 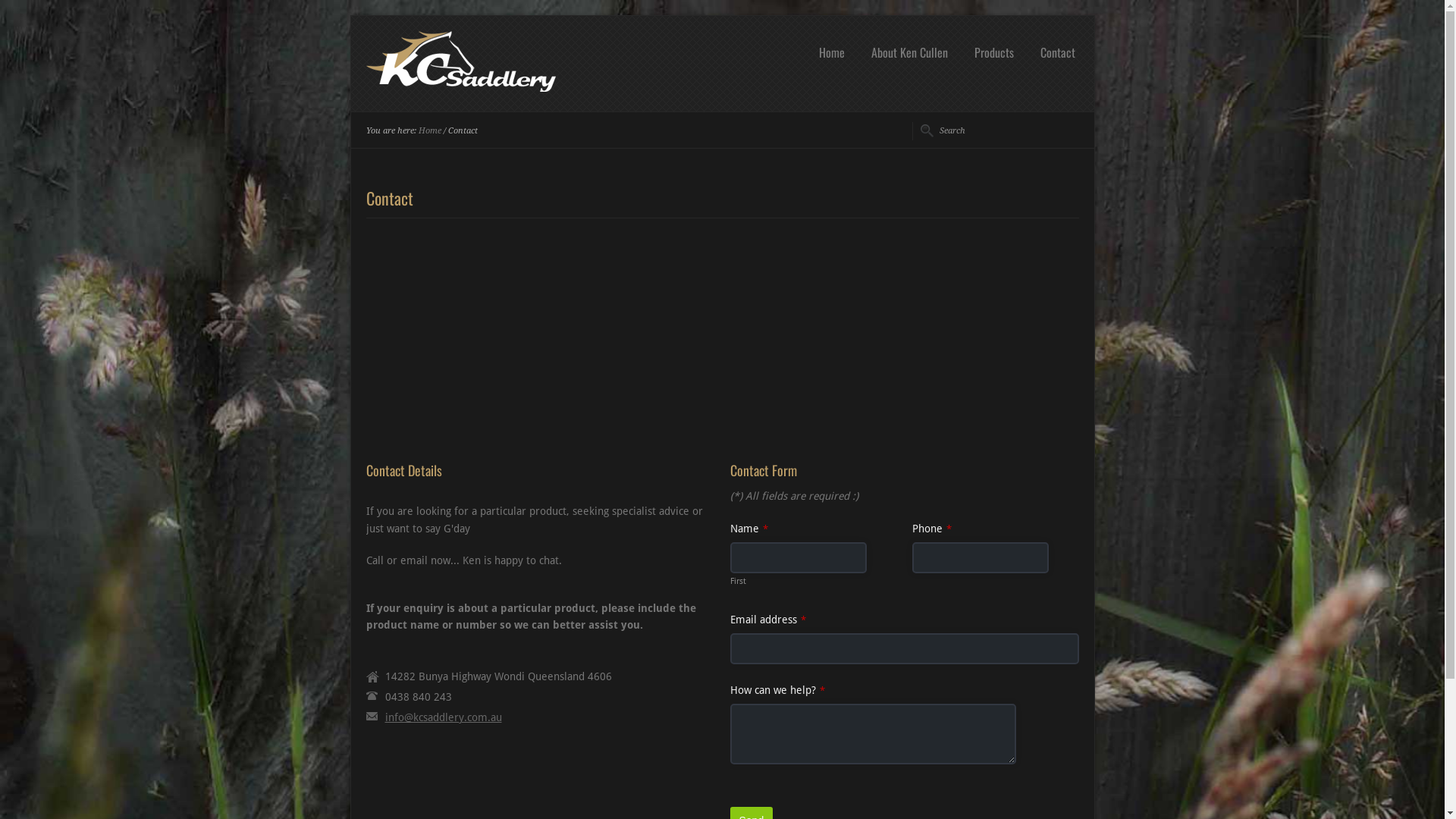 What do you see at coordinates (1035, 52) in the screenshot?
I see `'Contact'` at bounding box center [1035, 52].